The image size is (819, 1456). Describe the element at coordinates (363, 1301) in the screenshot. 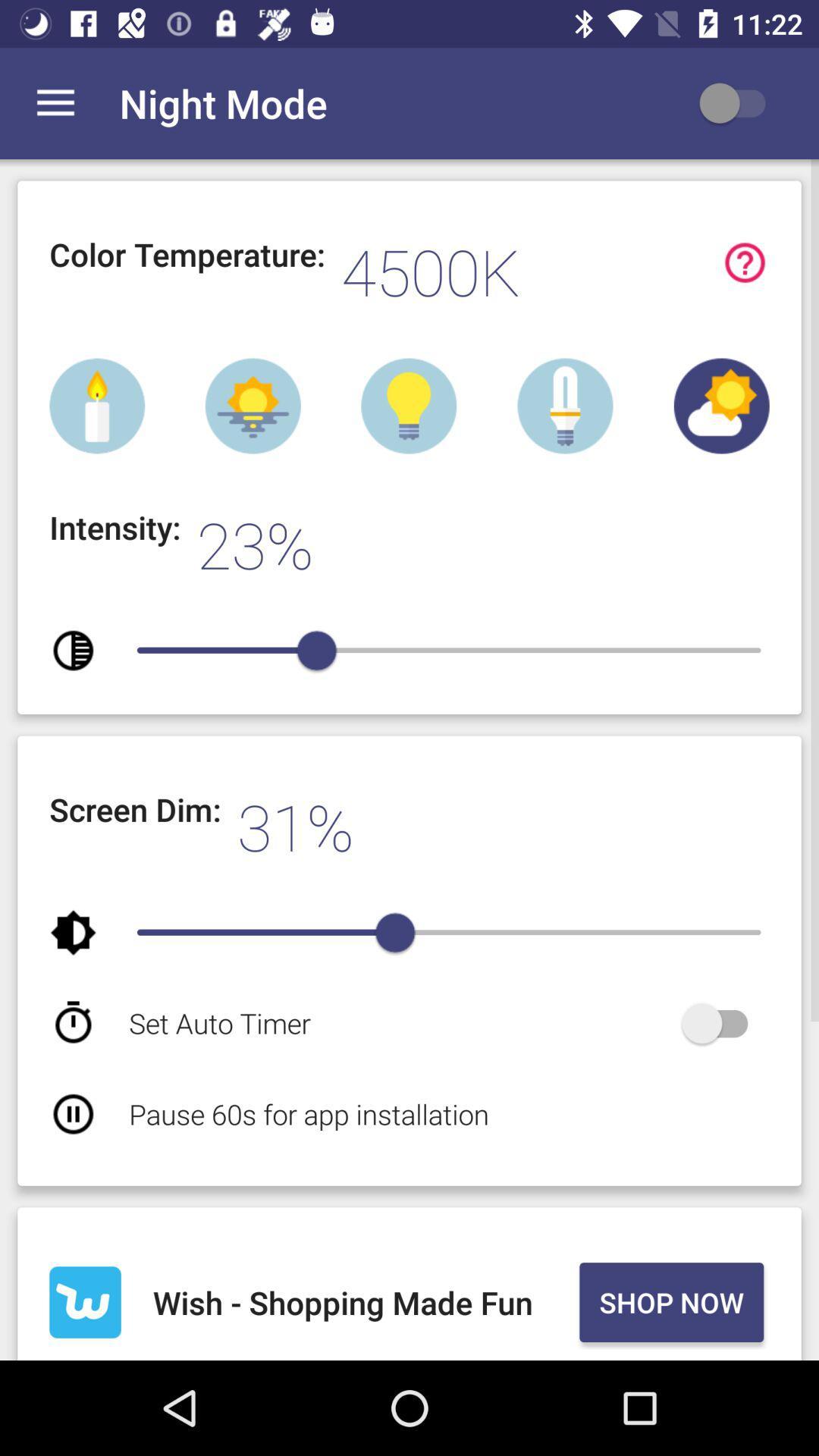

I see `icon next to shop now icon` at that location.